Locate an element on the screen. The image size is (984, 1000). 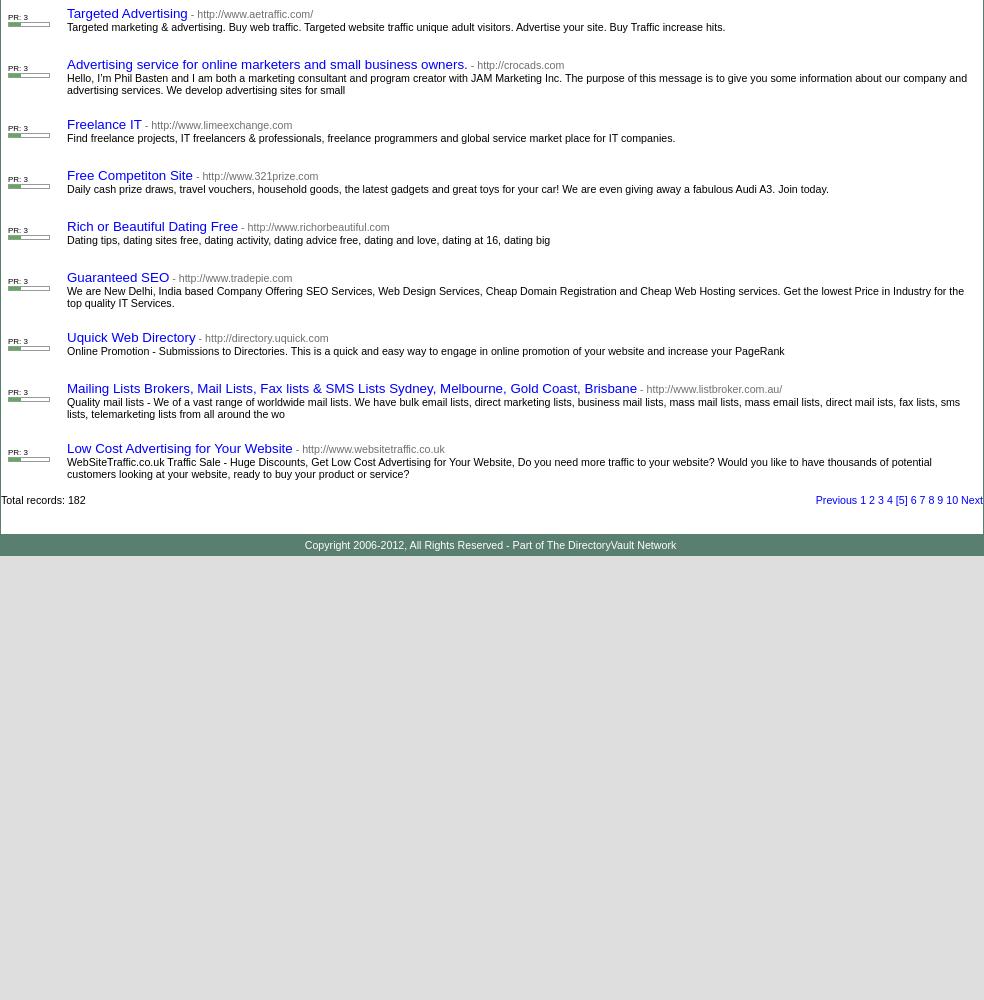
'Free Competiton Site' is located at coordinates (129, 174).